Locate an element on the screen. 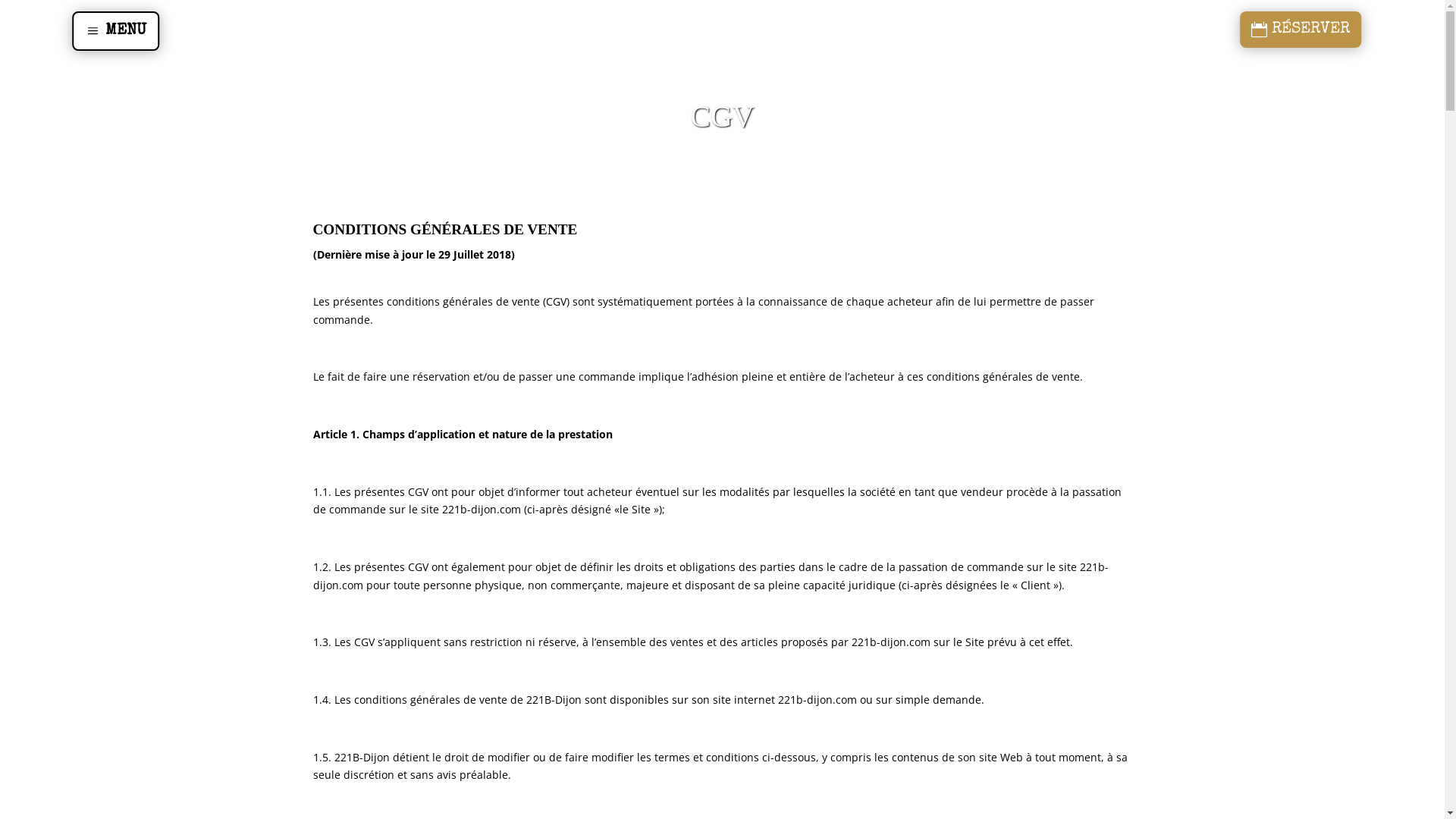 Image resolution: width=1456 pixels, height=819 pixels. 'MENU' is located at coordinates (115, 31).